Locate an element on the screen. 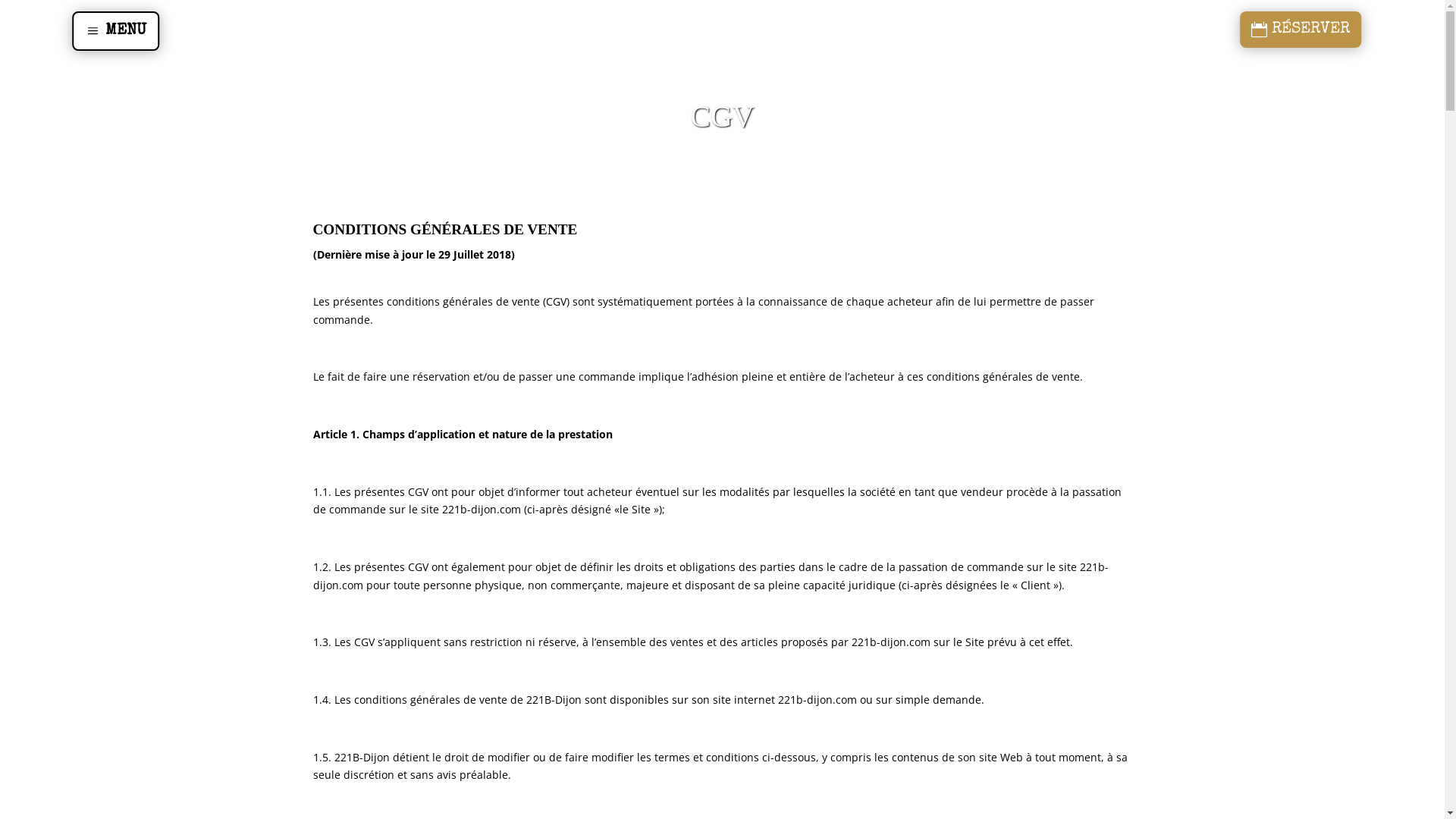 Image resolution: width=1456 pixels, height=819 pixels. 'MENU' is located at coordinates (115, 31).